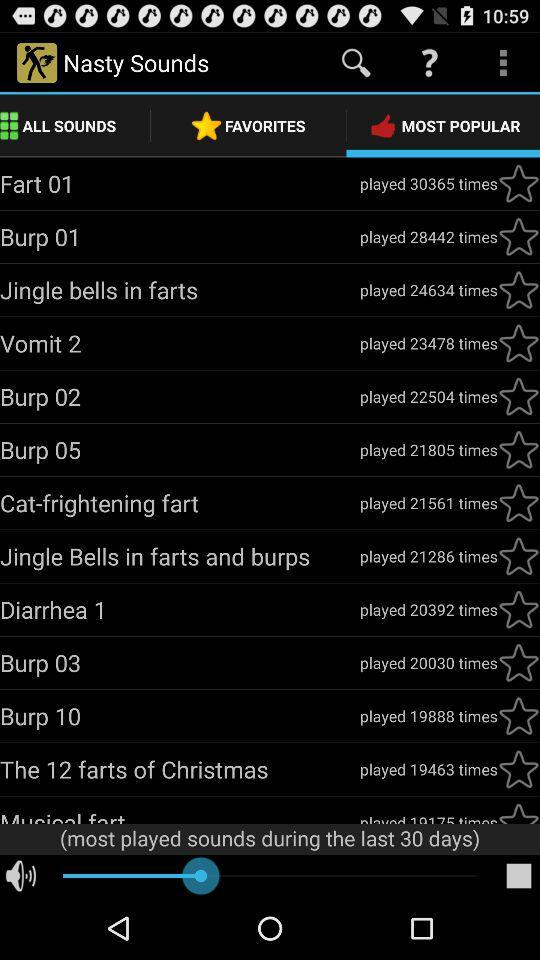  Describe the element at coordinates (518, 662) in the screenshot. I see `click a favorite` at that location.